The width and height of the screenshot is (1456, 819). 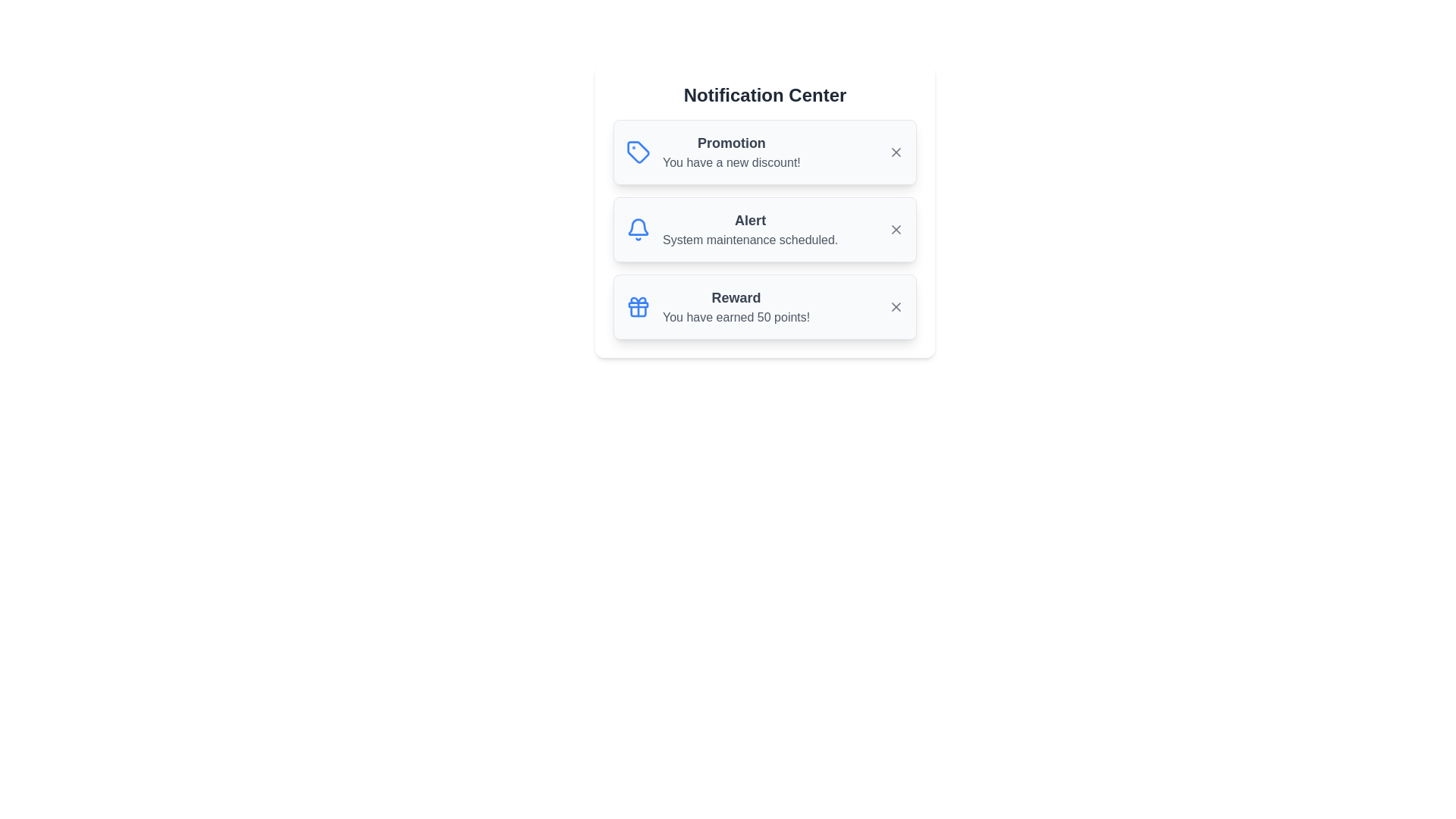 I want to click on the promotion notification icon located to the left of the text content within the 'Promotion' notification card, so click(x=638, y=152).